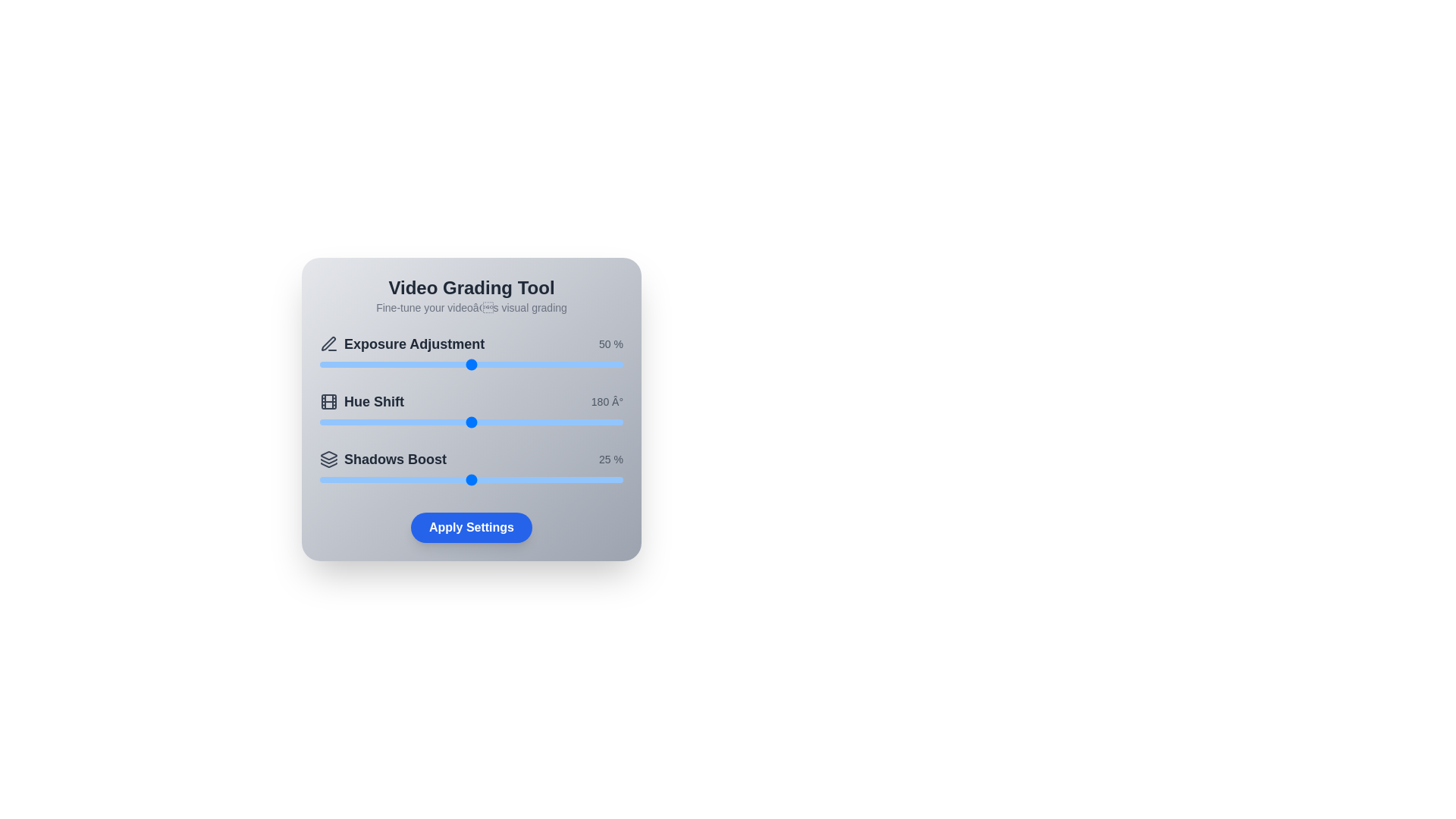 Image resolution: width=1456 pixels, height=819 pixels. What do you see at coordinates (544, 479) in the screenshot?
I see `the 'Shadows Boost' slider` at bounding box center [544, 479].